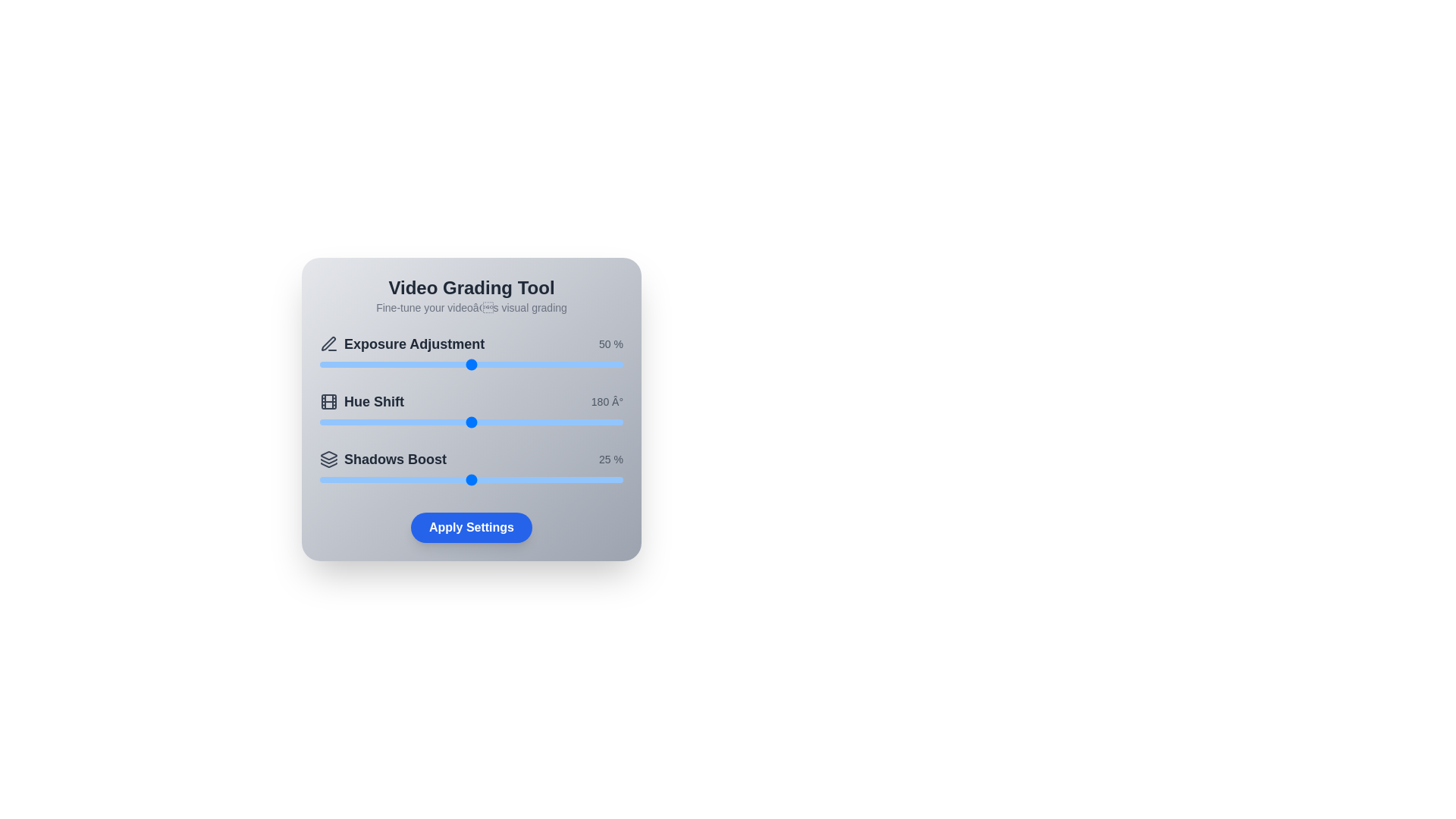 Image resolution: width=1456 pixels, height=819 pixels. What do you see at coordinates (544, 479) in the screenshot?
I see `the 'Shadows Boost' slider` at bounding box center [544, 479].